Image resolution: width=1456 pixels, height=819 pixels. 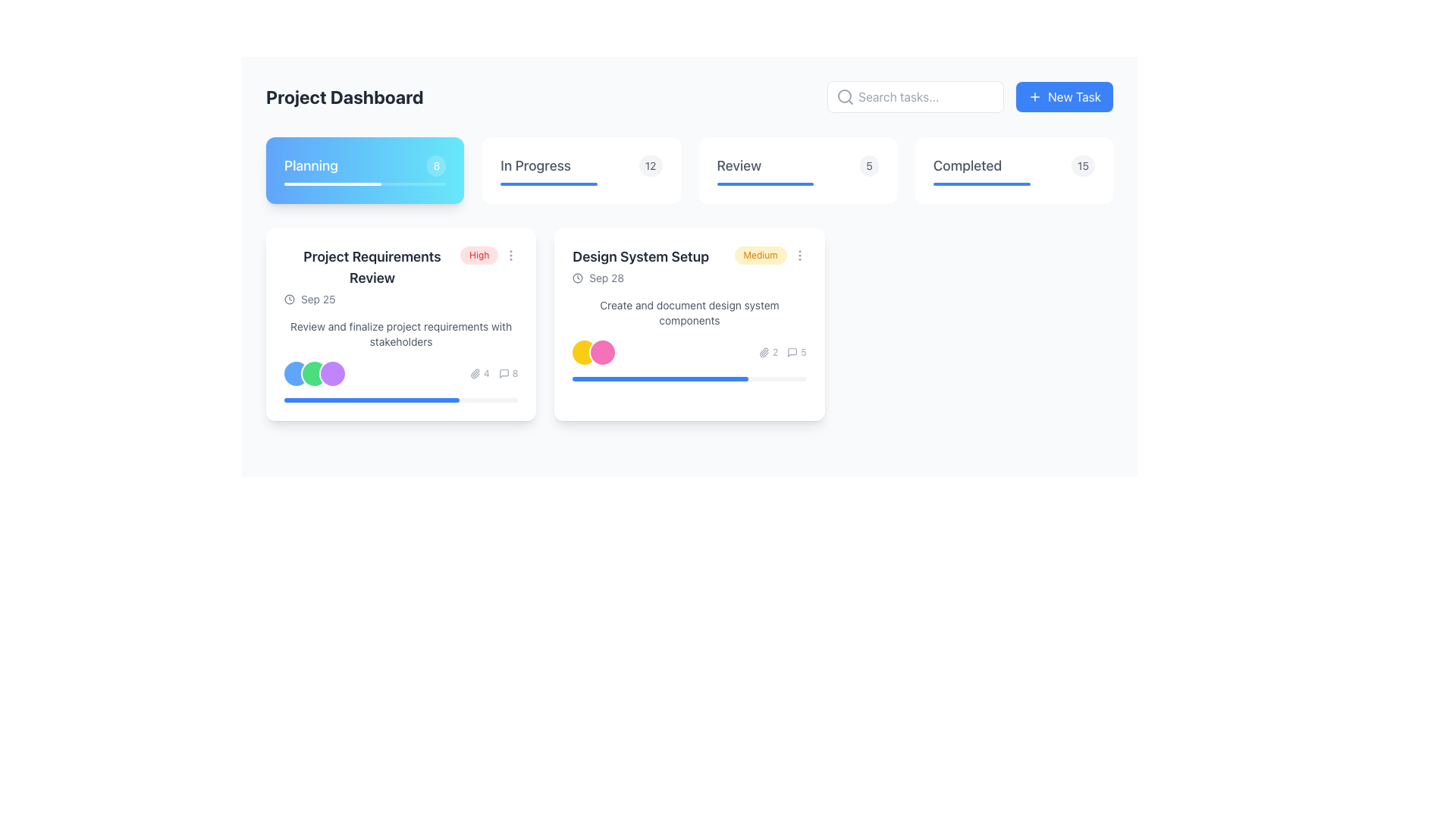 What do you see at coordinates (401, 333) in the screenshot?
I see `the static text description that reads 'Review and finalize project requirements with stakeholders', which is styled in small gray font and positioned below the title 'Project Requirements Review'` at bounding box center [401, 333].